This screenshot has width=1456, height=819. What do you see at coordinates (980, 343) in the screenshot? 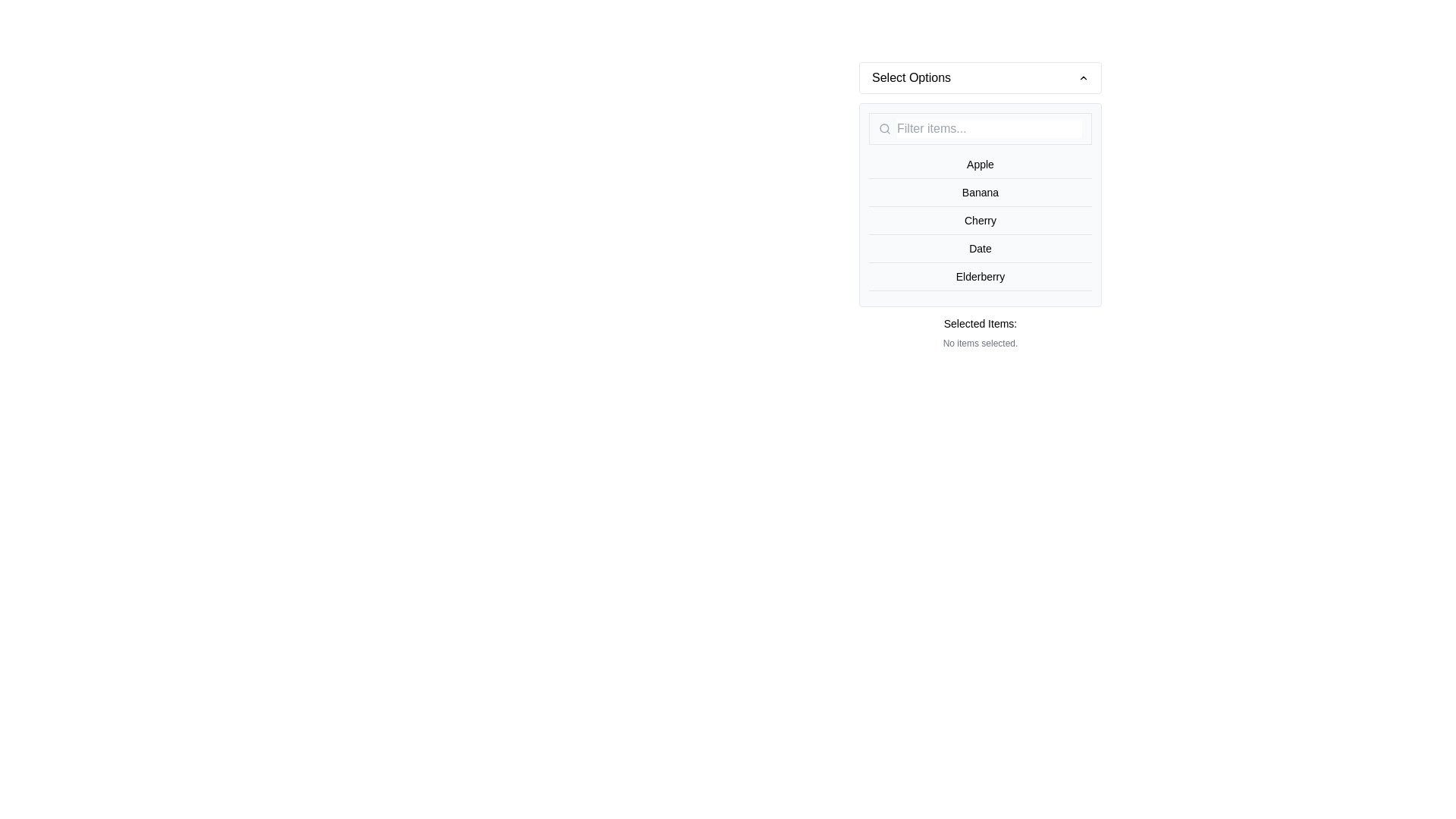
I see `the text label displaying 'No items selected.' in gray color, positioned beneath the 'Selected Items:' label` at bounding box center [980, 343].